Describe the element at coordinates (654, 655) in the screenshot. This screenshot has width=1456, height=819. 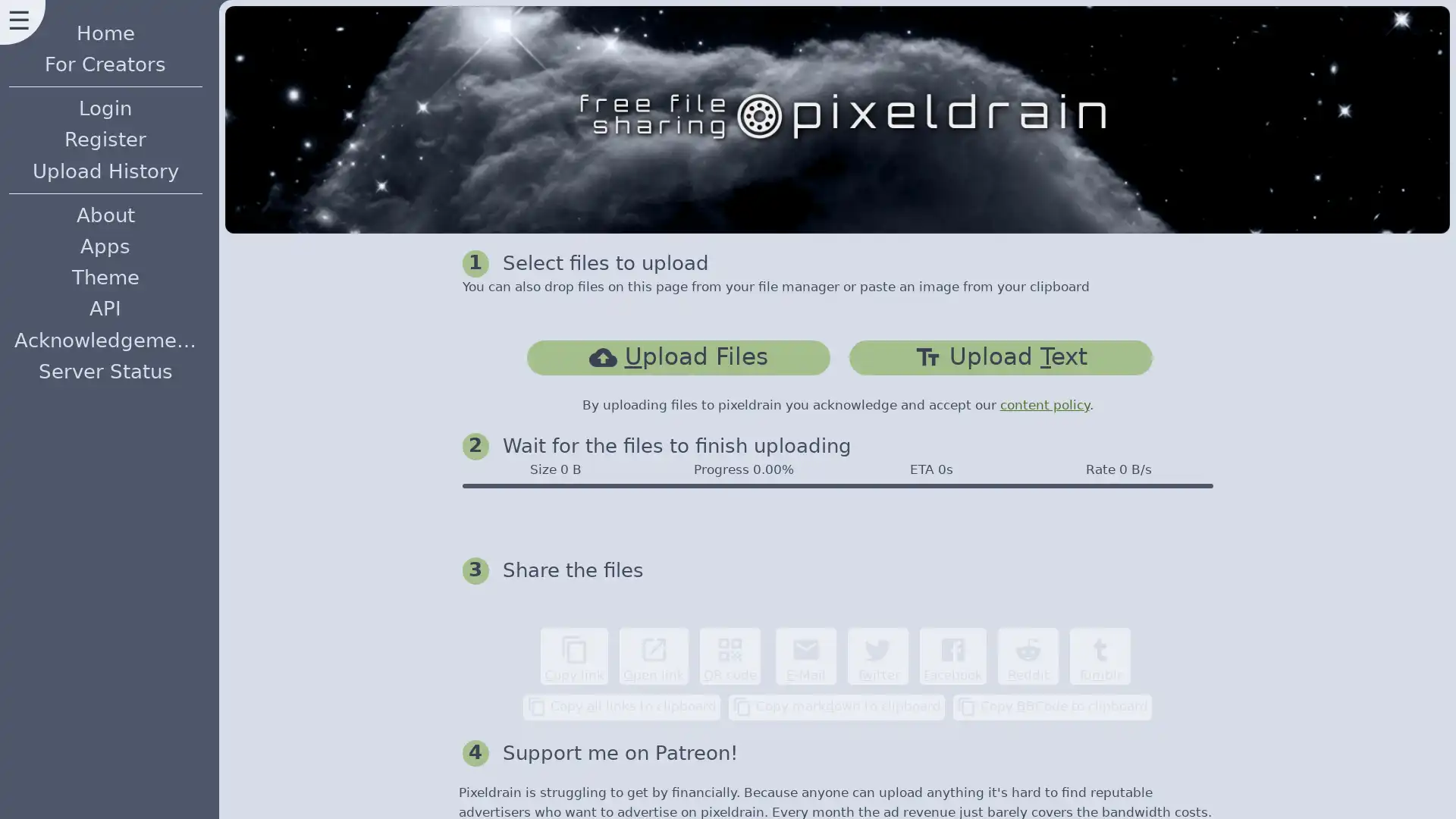
I see `open_in_new Open link` at that location.